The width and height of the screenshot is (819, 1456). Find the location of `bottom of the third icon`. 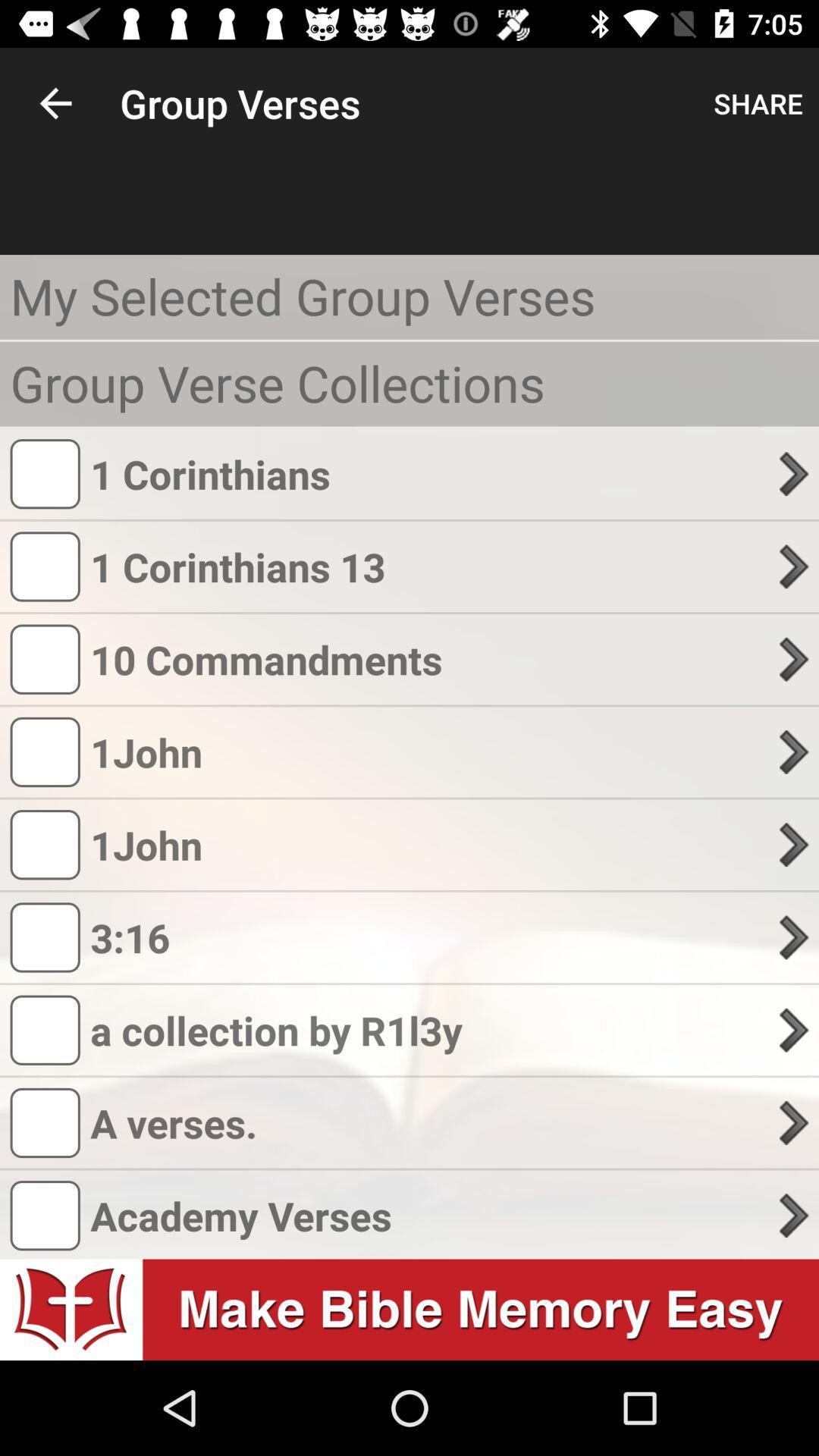

bottom of the third icon is located at coordinates (45, 1030).